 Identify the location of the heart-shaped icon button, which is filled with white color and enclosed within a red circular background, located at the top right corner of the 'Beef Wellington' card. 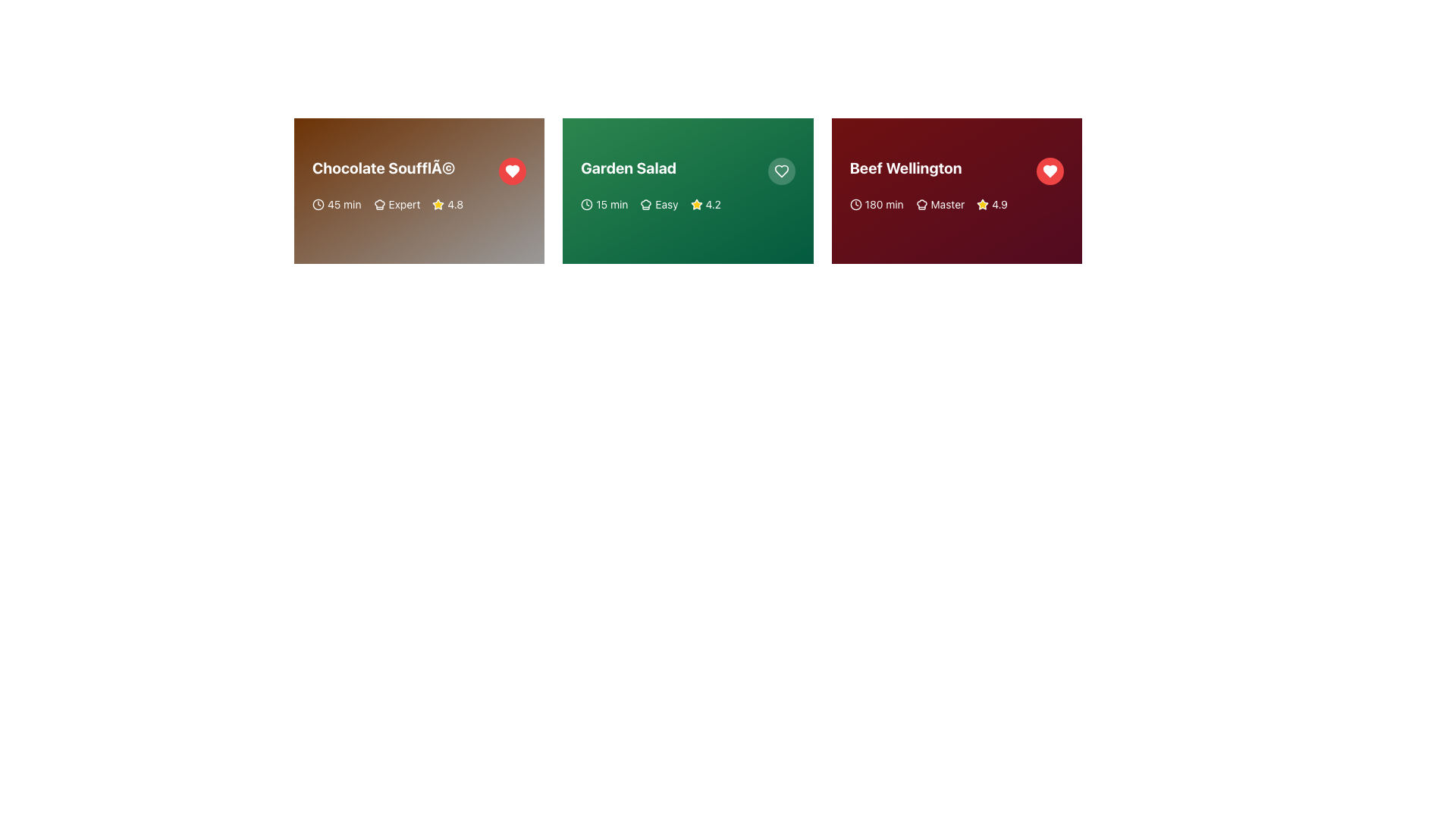
(1050, 171).